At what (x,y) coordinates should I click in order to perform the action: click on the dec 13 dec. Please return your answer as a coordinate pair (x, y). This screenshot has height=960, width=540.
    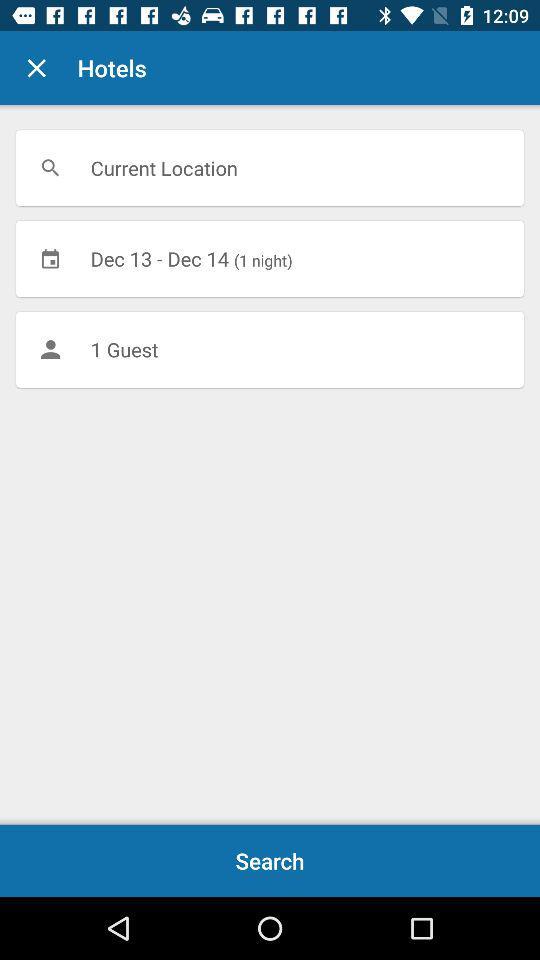
    Looking at the image, I should click on (270, 257).